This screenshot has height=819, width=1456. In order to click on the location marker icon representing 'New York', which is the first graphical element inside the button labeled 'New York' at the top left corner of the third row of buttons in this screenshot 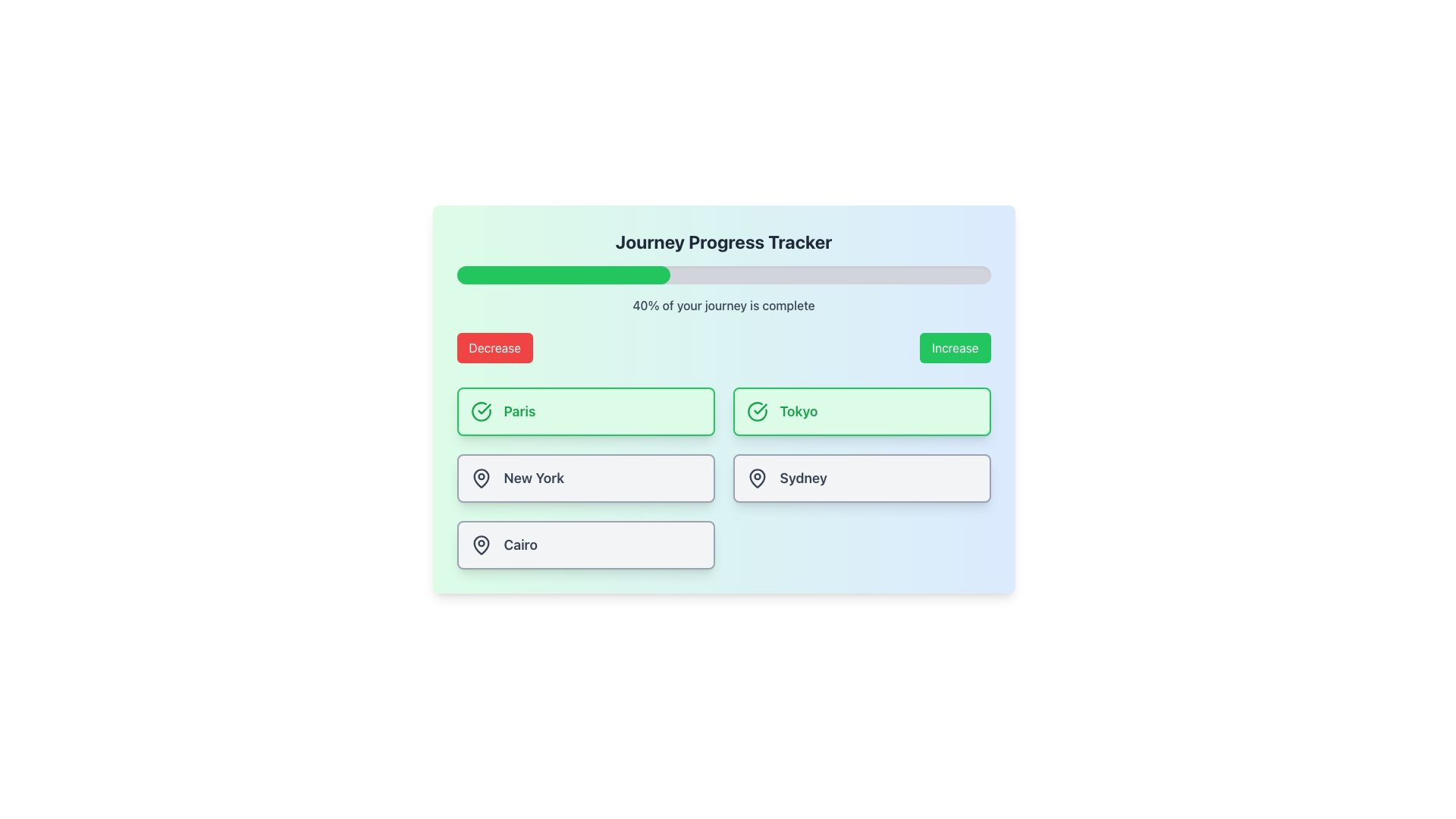, I will do `click(480, 479)`.